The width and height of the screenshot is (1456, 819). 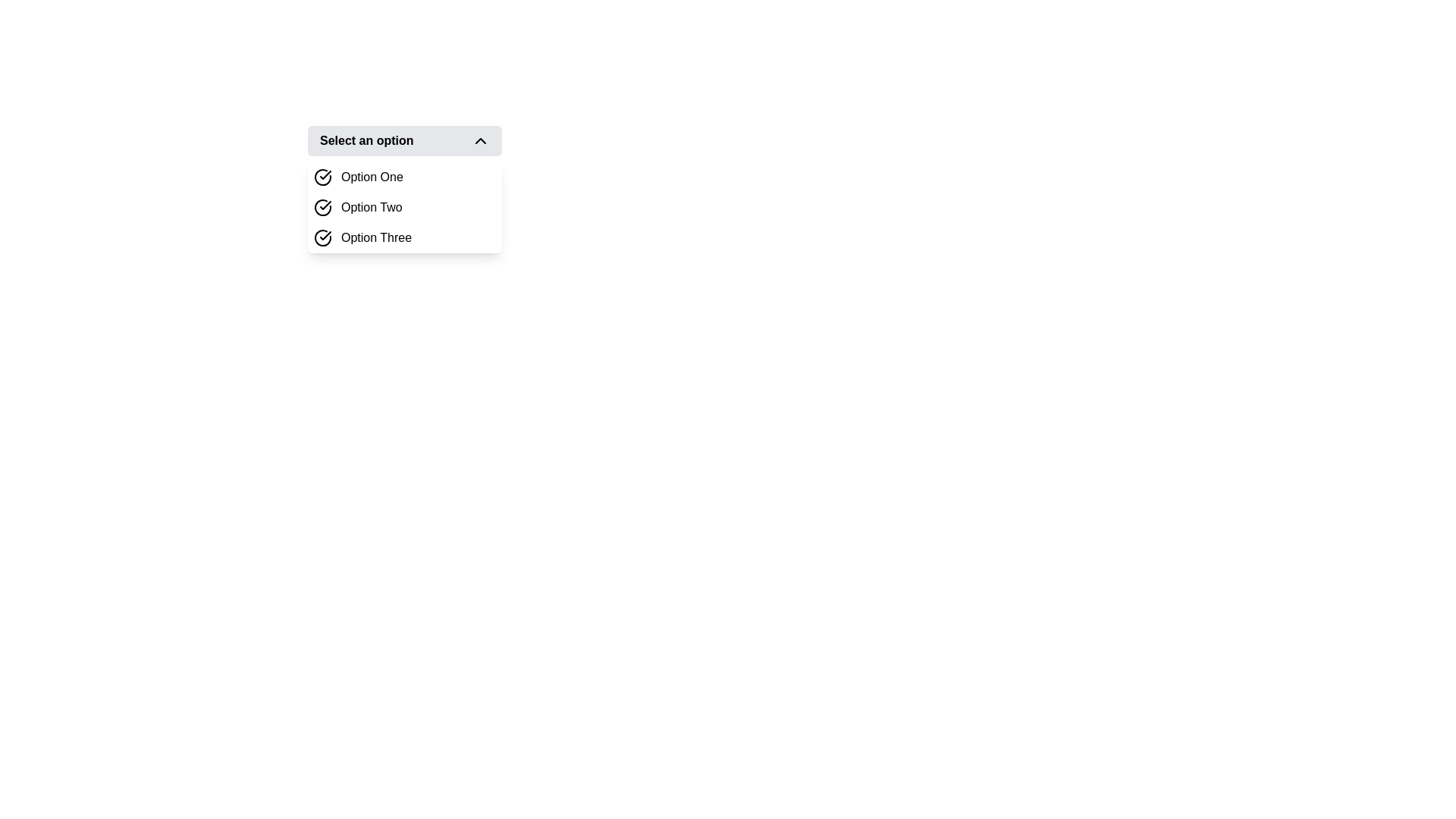 I want to click on the function of the 'Option Three' icon in the dropdown menu, which indicates that this choice is selected, so click(x=322, y=237).